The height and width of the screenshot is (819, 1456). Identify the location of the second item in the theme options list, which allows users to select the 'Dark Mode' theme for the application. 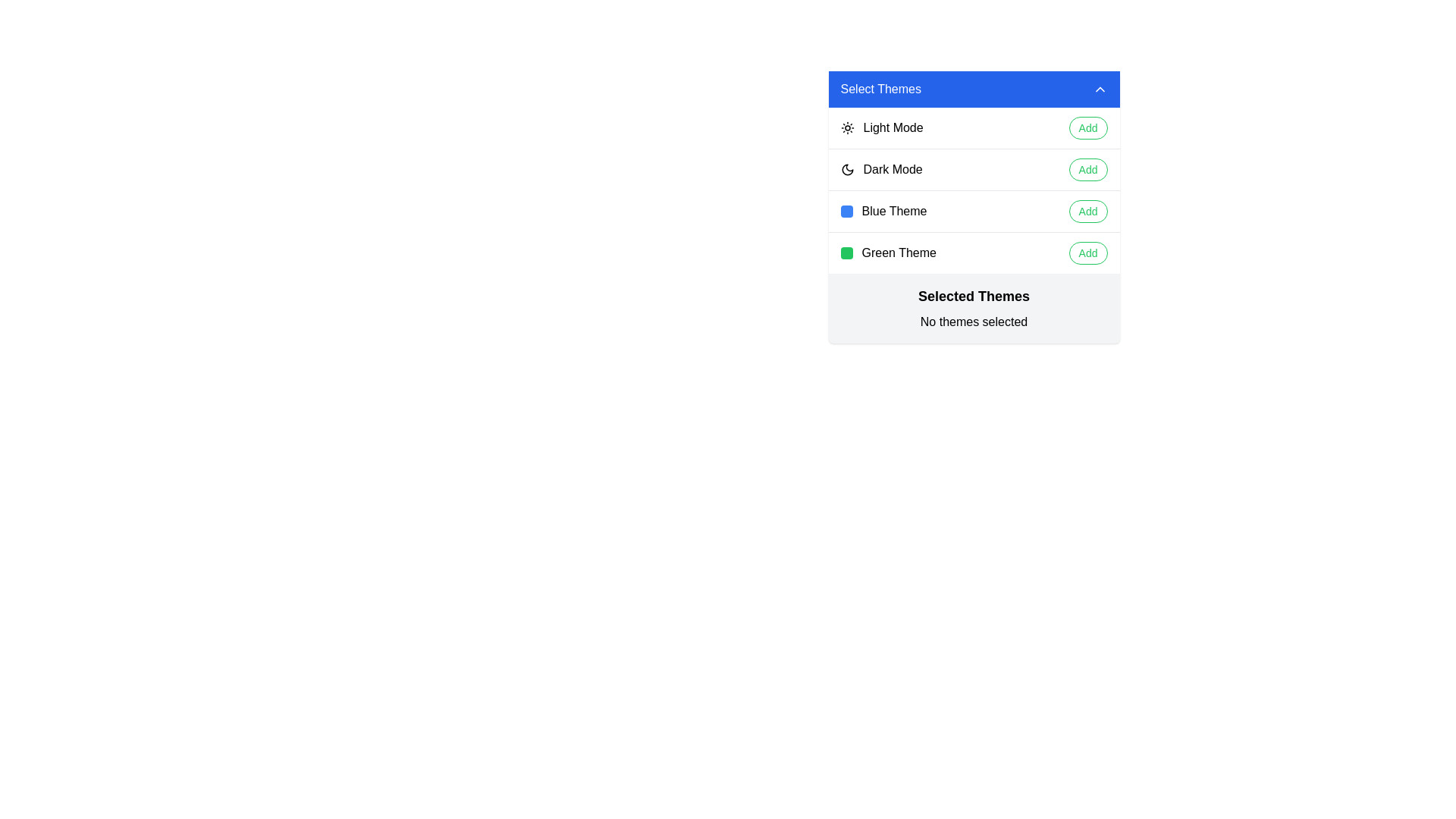
(974, 169).